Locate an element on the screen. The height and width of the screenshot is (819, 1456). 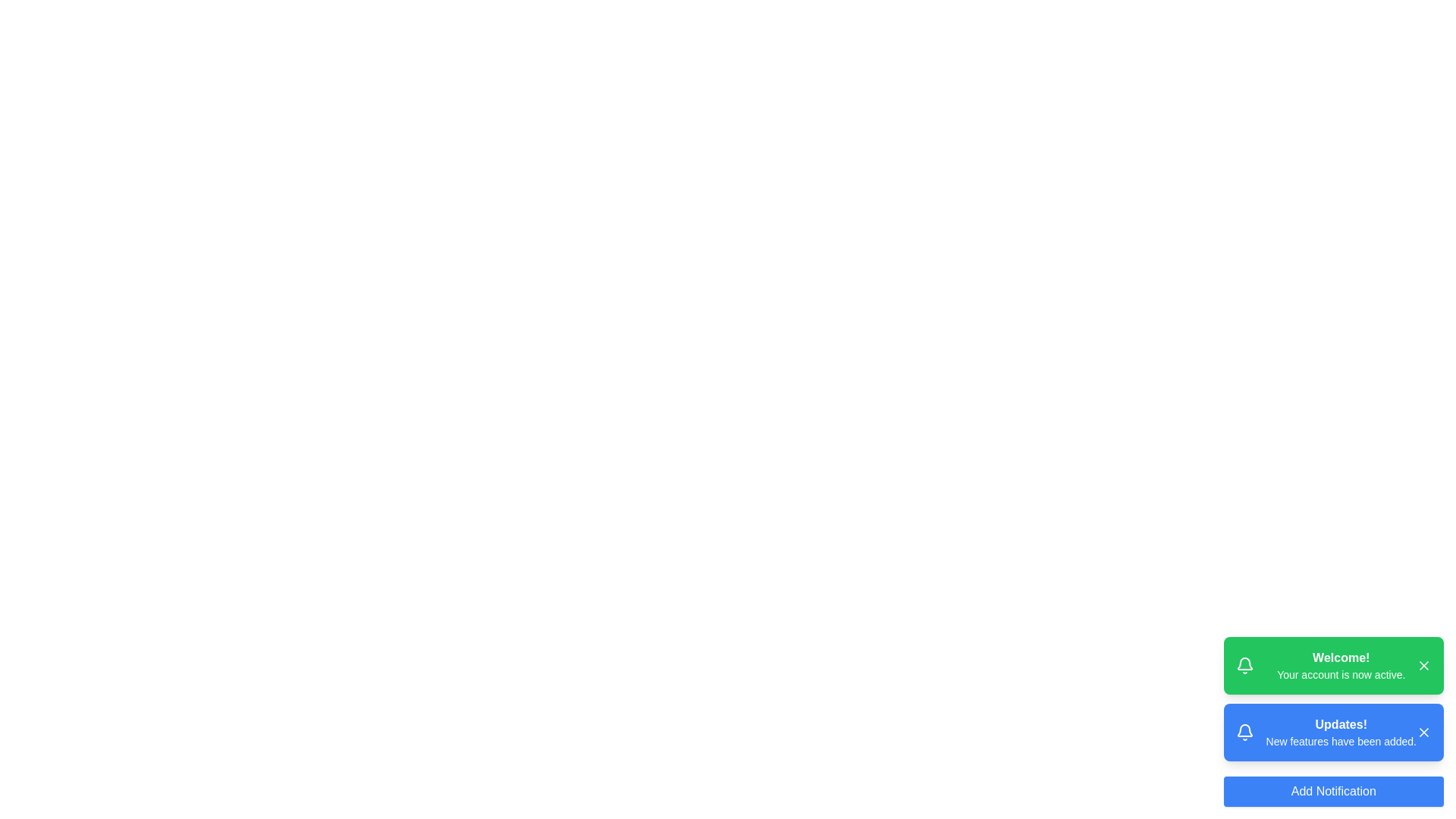
close button of the notification with title Updates! is located at coordinates (1423, 731).